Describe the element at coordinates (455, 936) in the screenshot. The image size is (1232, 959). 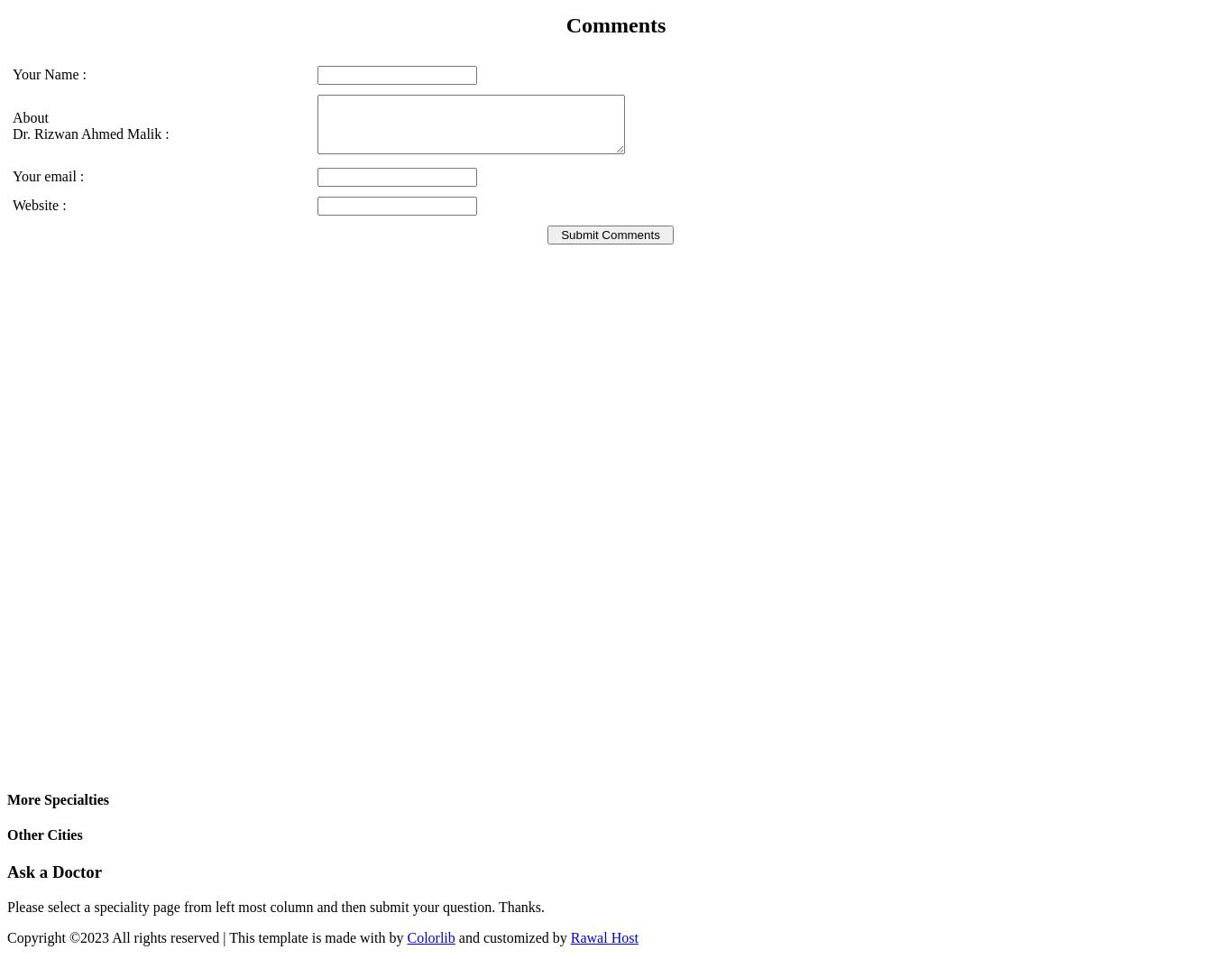
I see `'and customized by'` at that location.